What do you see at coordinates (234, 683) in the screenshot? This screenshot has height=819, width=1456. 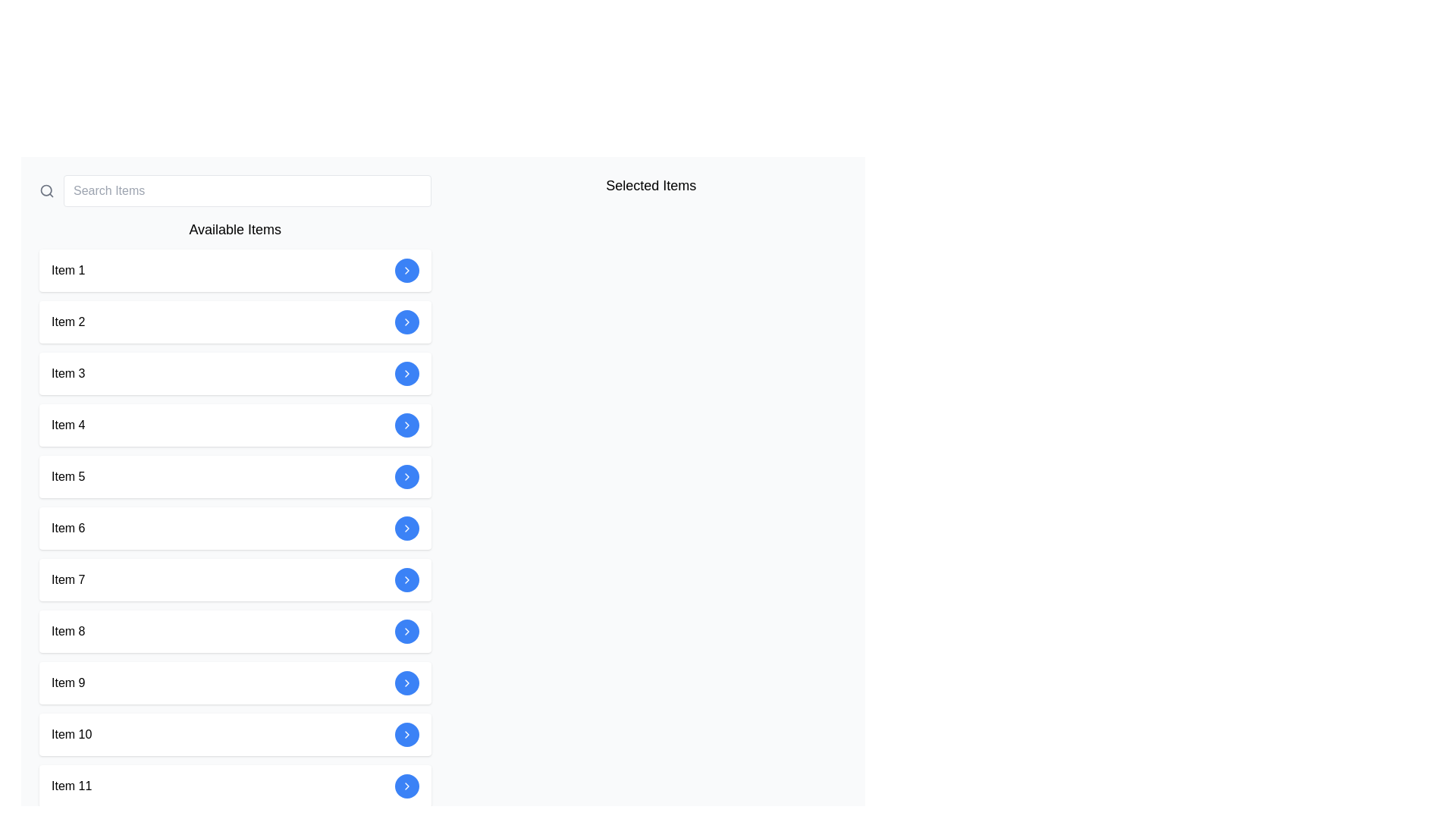 I see `the actionable list item representing 'Item 9', located in a vertically stacked list between 'Item 8' and 'Item 10'` at bounding box center [234, 683].